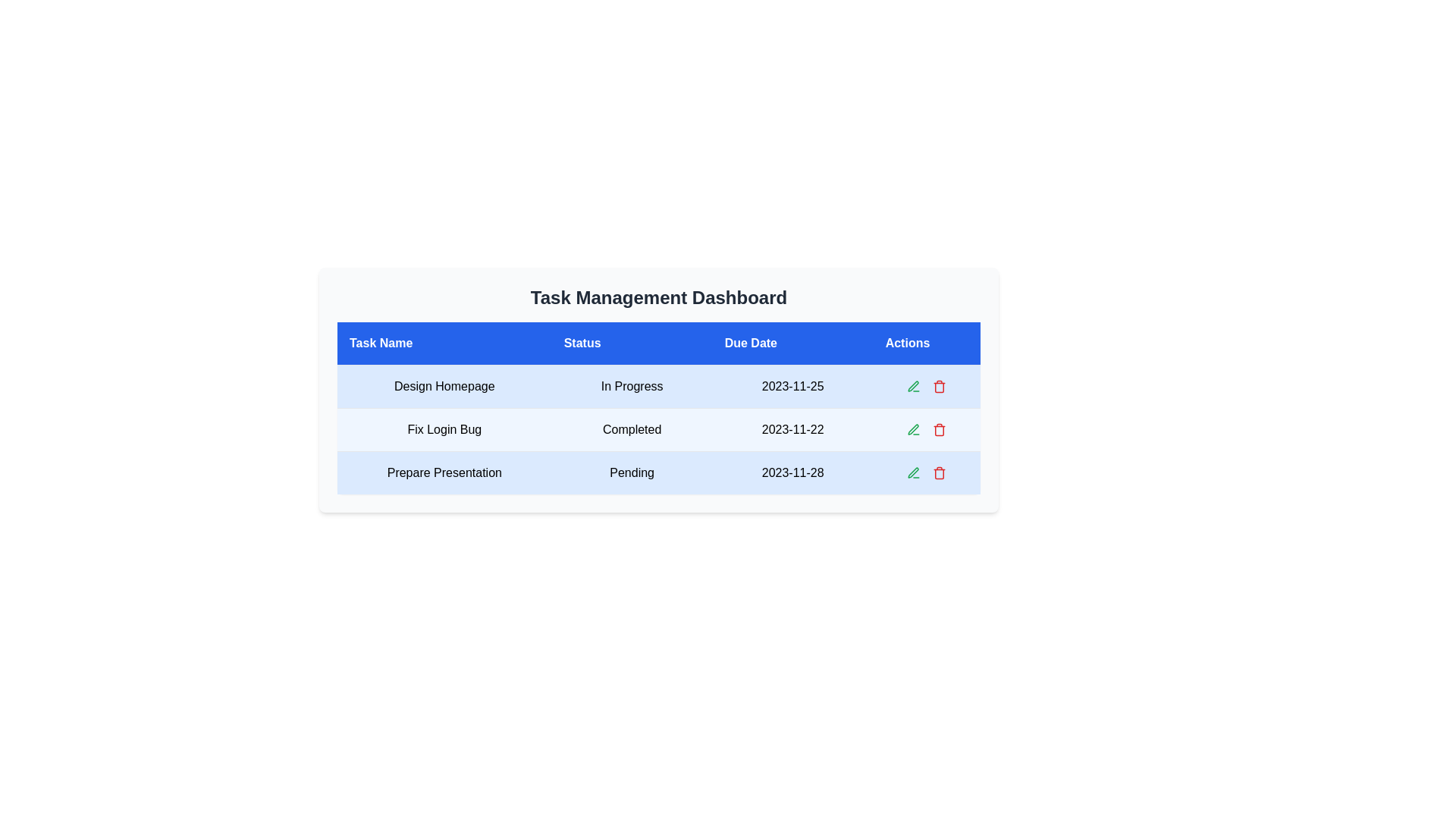 The width and height of the screenshot is (1456, 819). I want to click on the text label displaying the task name 'Fix Login Bug', located in the second row of the table under the 'Task Name' column, so click(444, 430).